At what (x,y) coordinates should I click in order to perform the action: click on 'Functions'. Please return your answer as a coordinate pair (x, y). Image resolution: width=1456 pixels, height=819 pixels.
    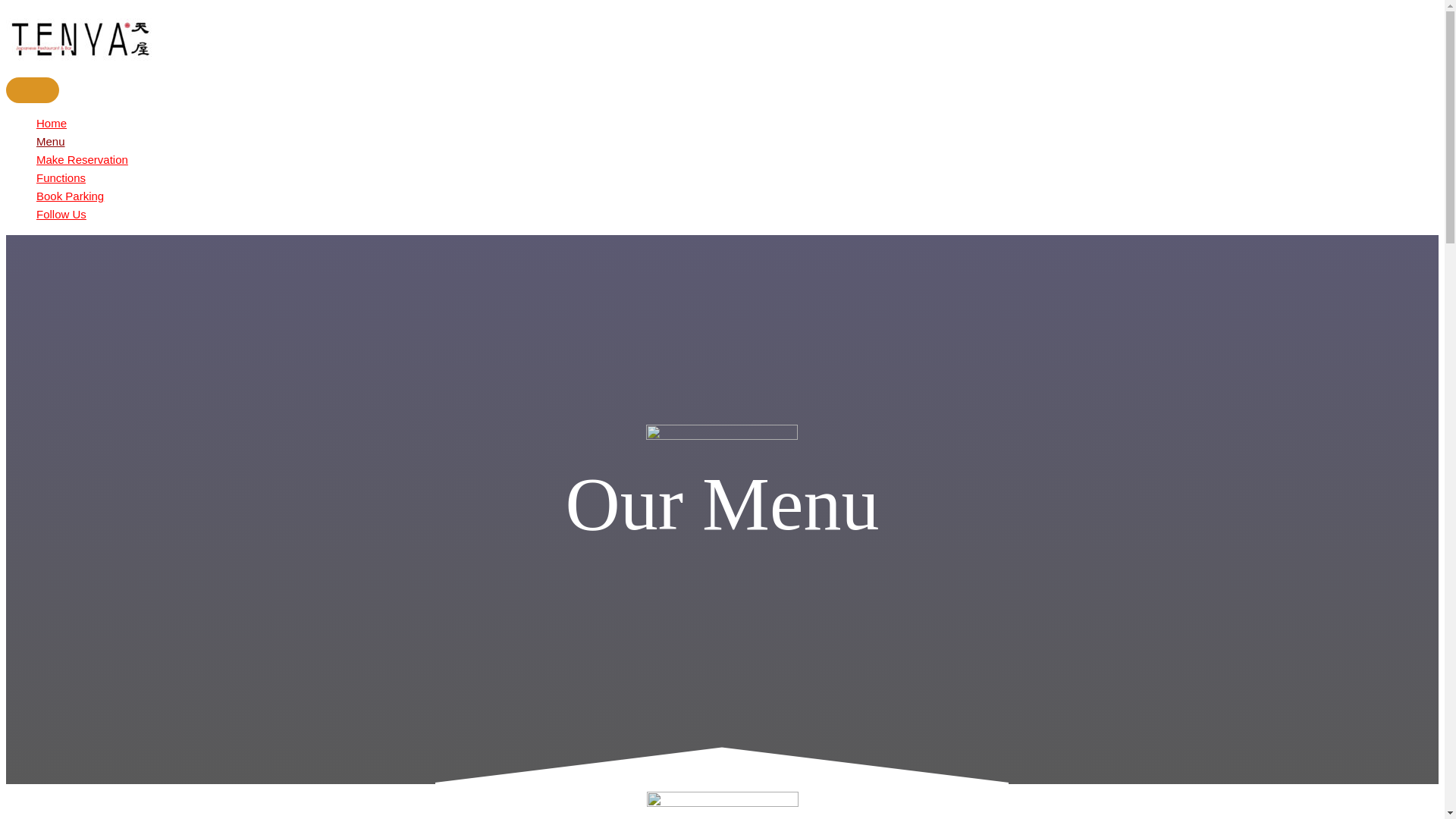
    Looking at the image, I should click on (36, 177).